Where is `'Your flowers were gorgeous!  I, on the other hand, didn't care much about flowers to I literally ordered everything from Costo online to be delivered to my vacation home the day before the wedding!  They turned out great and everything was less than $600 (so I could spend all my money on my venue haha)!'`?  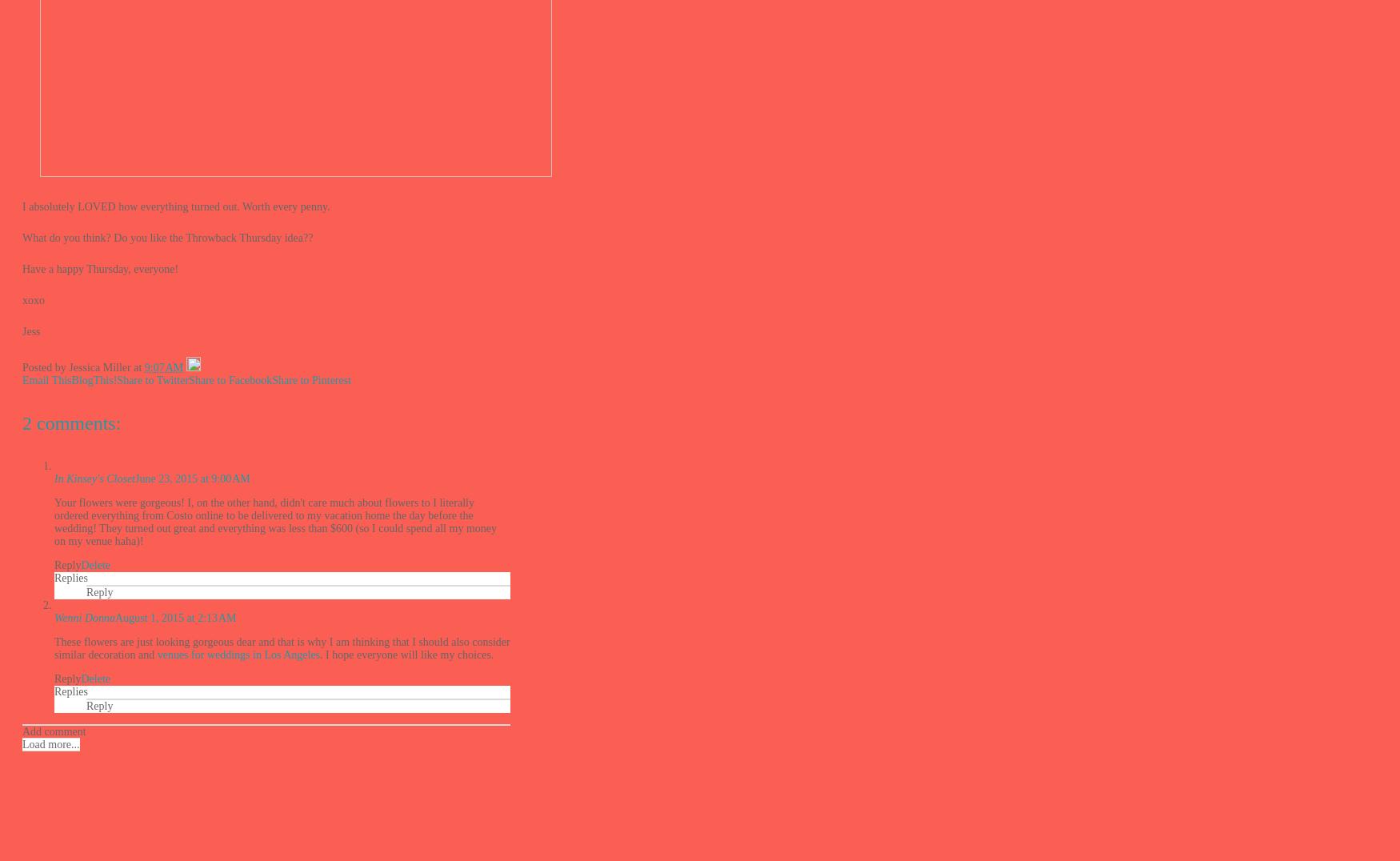
'Your flowers were gorgeous!  I, on the other hand, didn't care much about flowers to I literally ordered everything from Costo online to be delivered to my vacation home the day before the wedding!  They turned out great and everything was less than $600 (so I could spend all my money on my venue haha)!' is located at coordinates (275, 520).